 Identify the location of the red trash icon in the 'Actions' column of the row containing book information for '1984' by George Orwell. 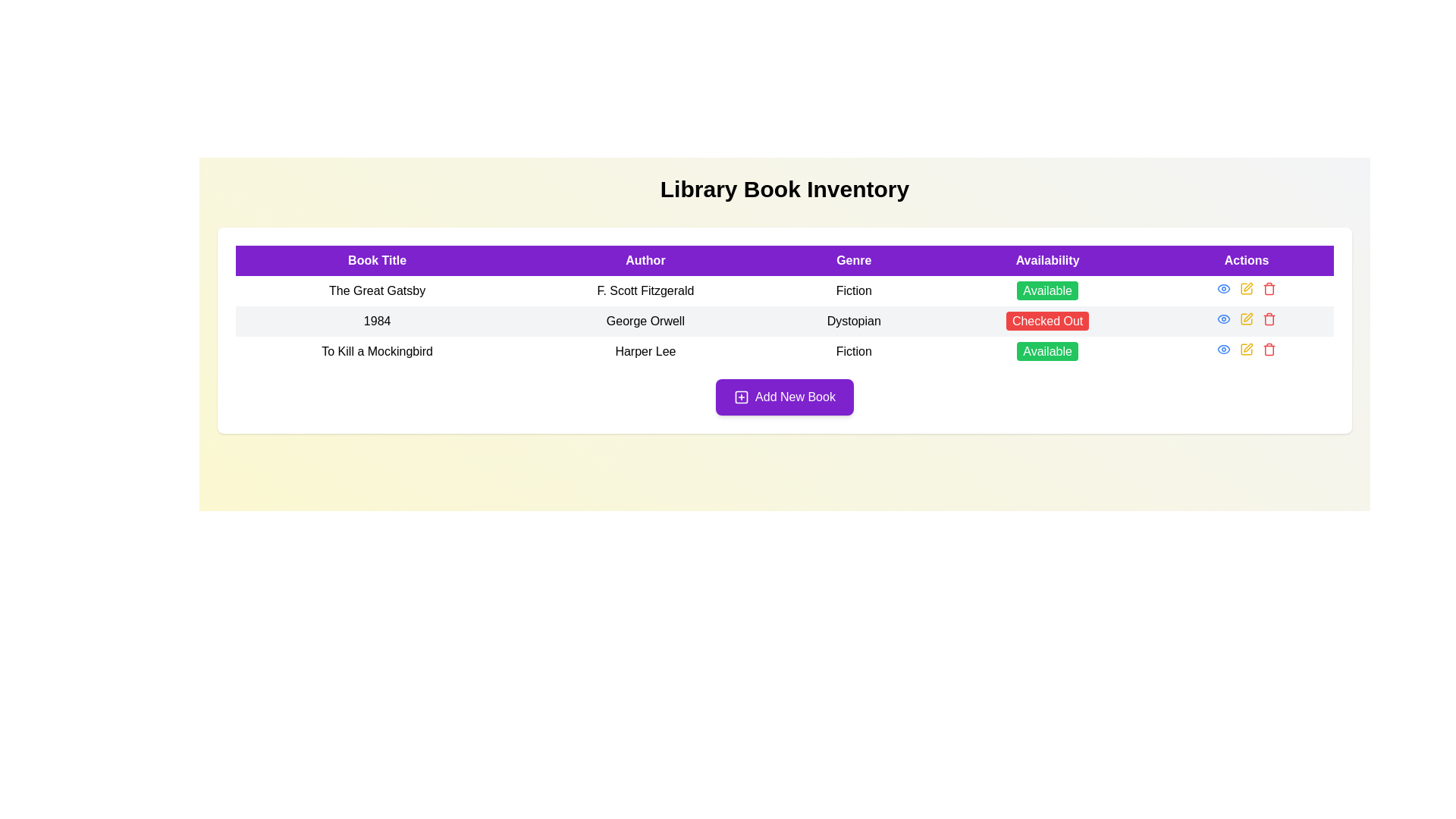
(1269, 289).